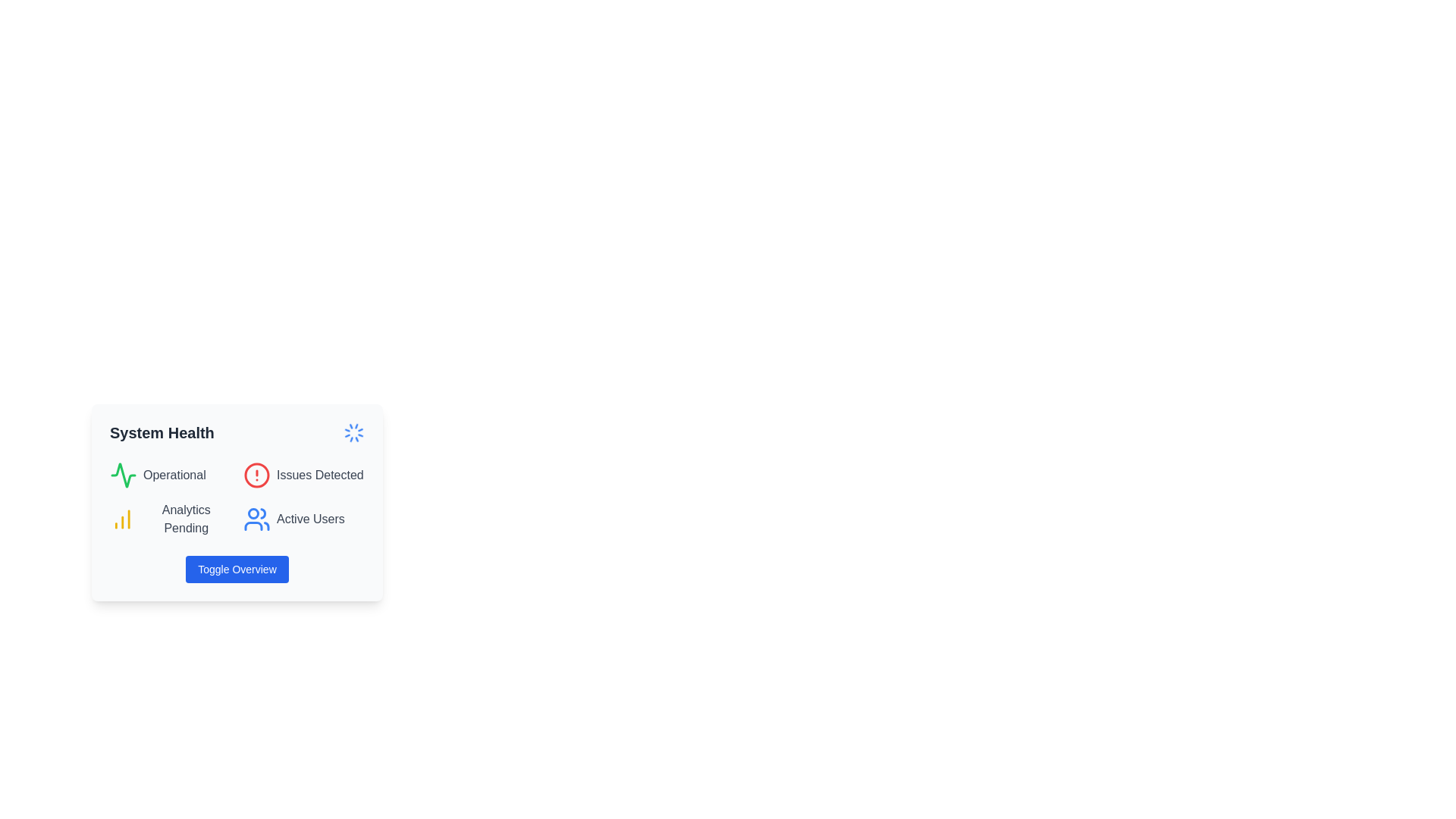 This screenshot has height=819, width=1456. Describe the element at coordinates (162, 432) in the screenshot. I see `the 'System Health' text label, which is prominently displayed in a large, bold, dark font at the top-left corner of its section within the status overview card` at that location.